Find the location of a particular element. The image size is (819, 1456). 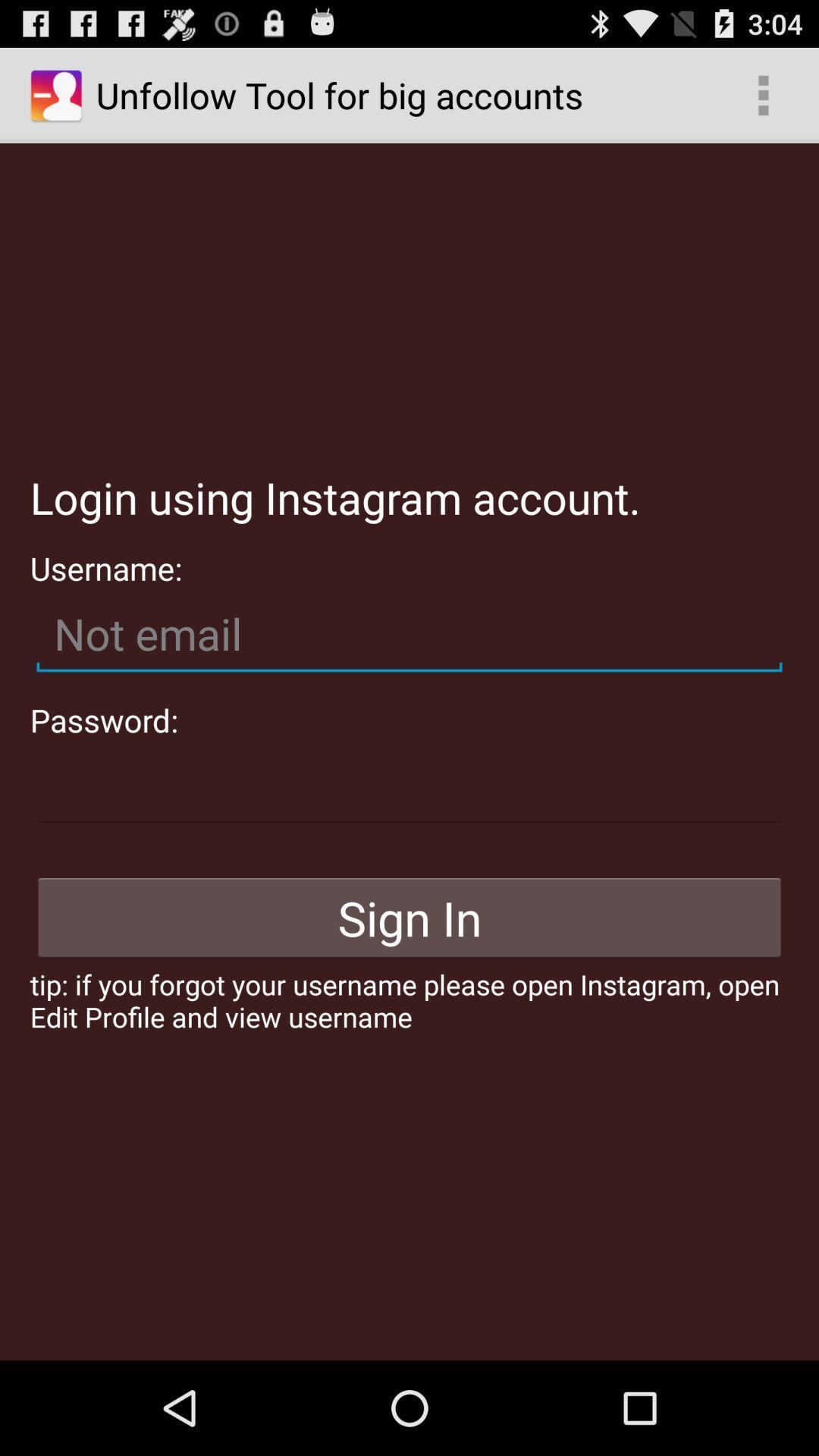

icon next to unfollow tool for item is located at coordinates (763, 94).